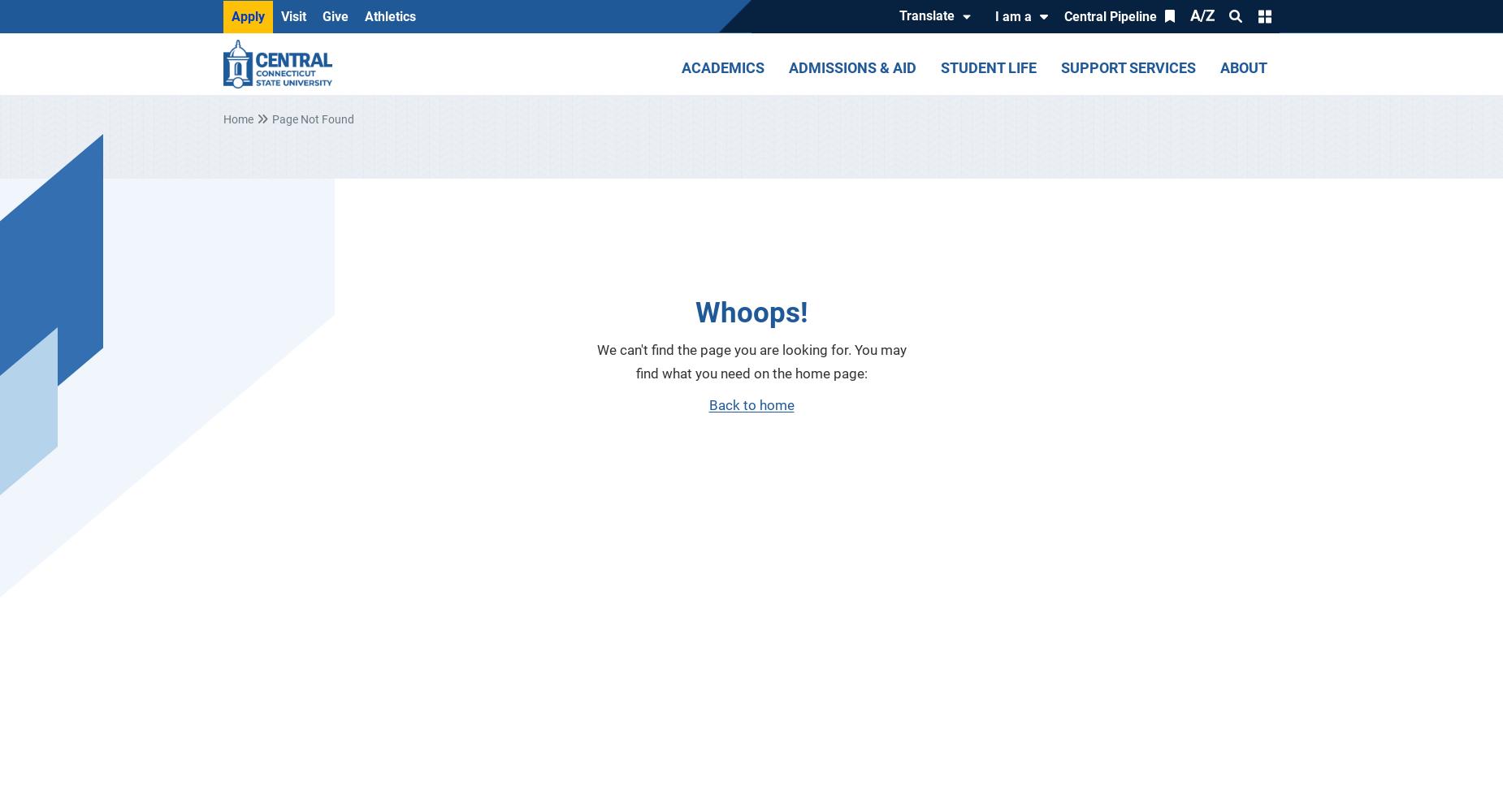  I want to click on 'Student Life', so click(939, 67).